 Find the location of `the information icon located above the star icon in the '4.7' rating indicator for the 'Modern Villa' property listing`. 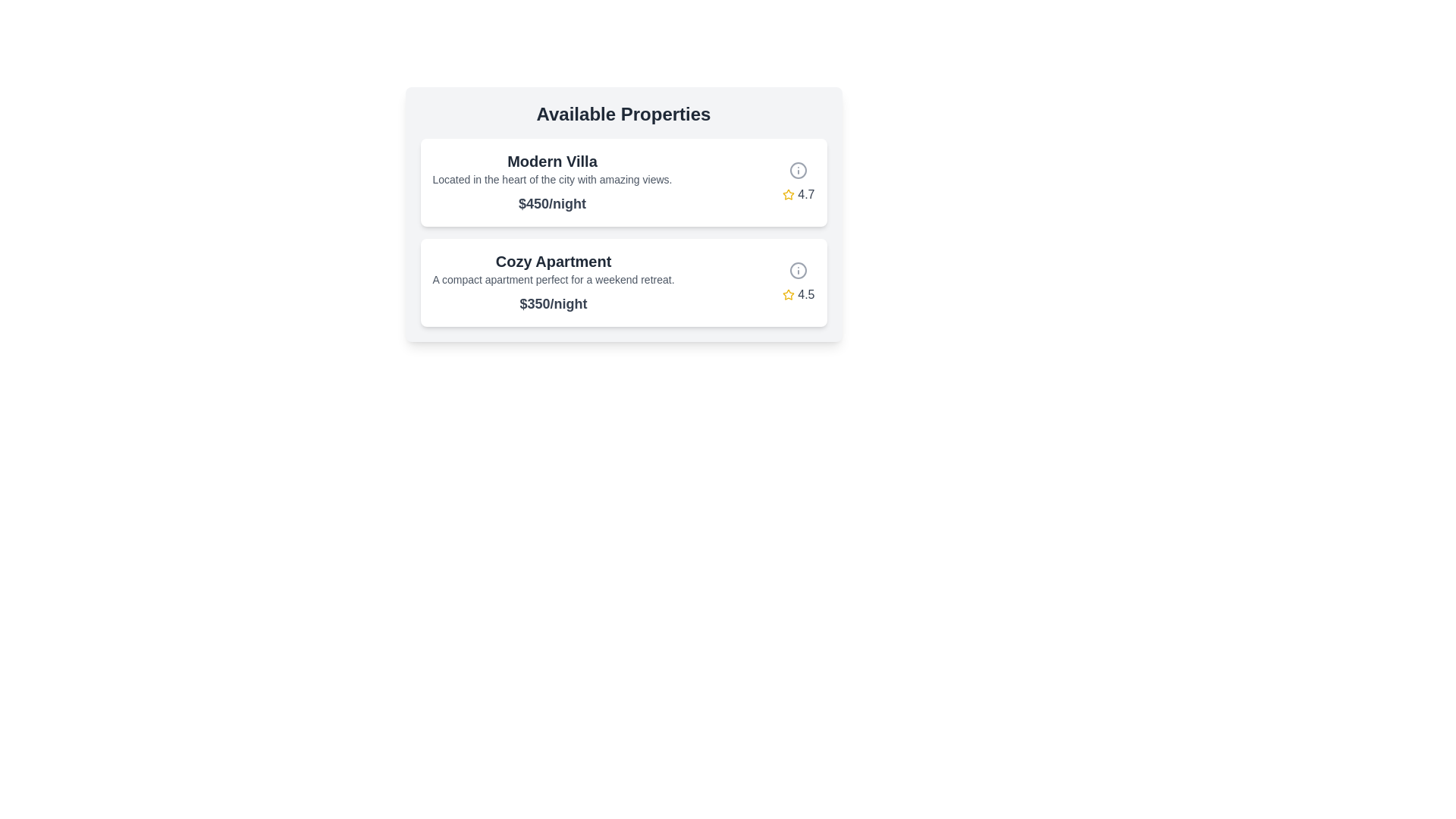

the information icon located above the star icon in the '4.7' rating indicator for the 'Modern Villa' property listing is located at coordinates (798, 170).